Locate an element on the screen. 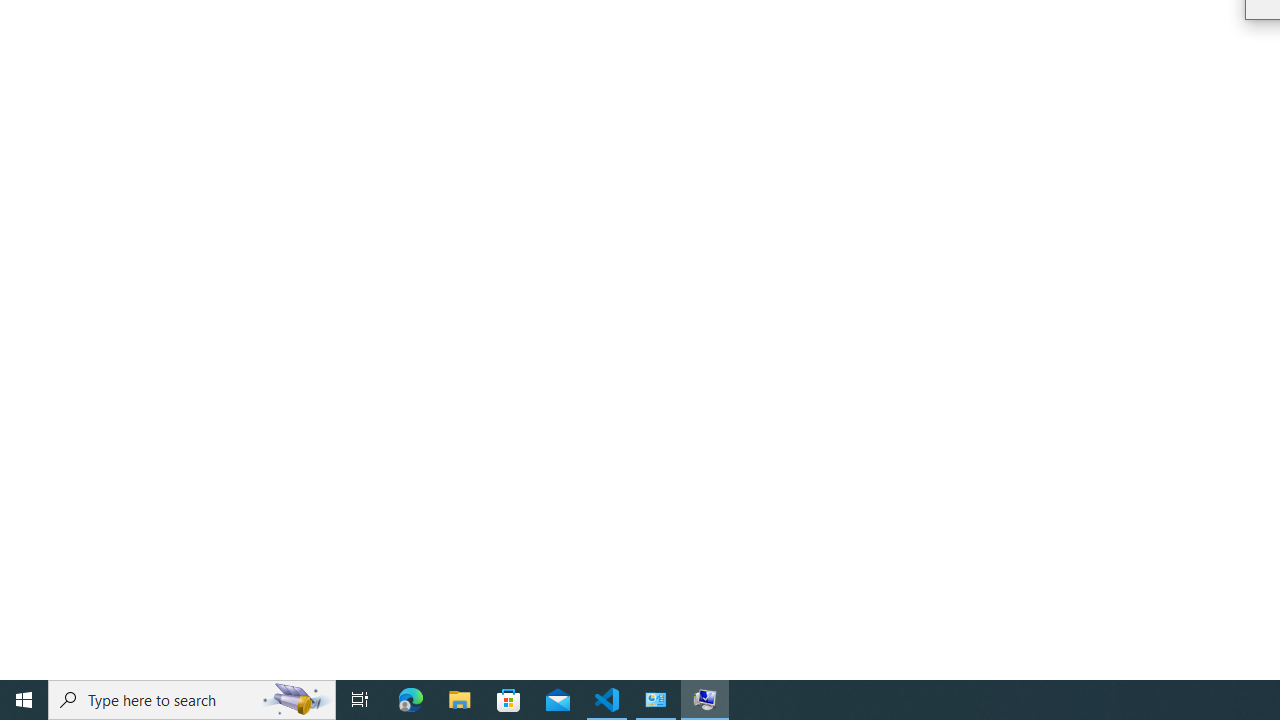 This screenshot has height=720, width=1280. 'Start' is located at coordinates (24, 698).